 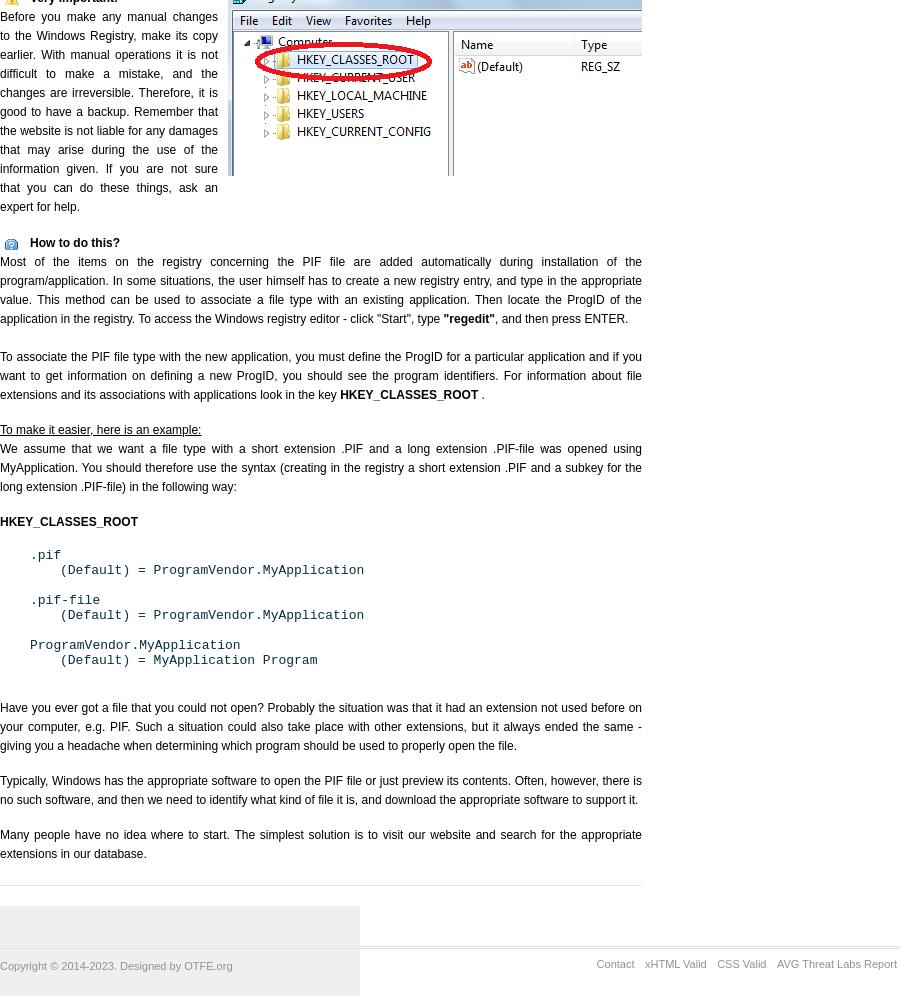 I want to click on 'Most of the items on the registry concerning the PIF file are added automatically during installation of the program/application. In some situations, the user himself has to create a new registry entry, and type in the appropriate value. This method can be used to associate a file type with an existing application. Then locate the ProgID of the application in the registry. To access the Windows registry editor - click "Start", type', so click(x=320, y=290).